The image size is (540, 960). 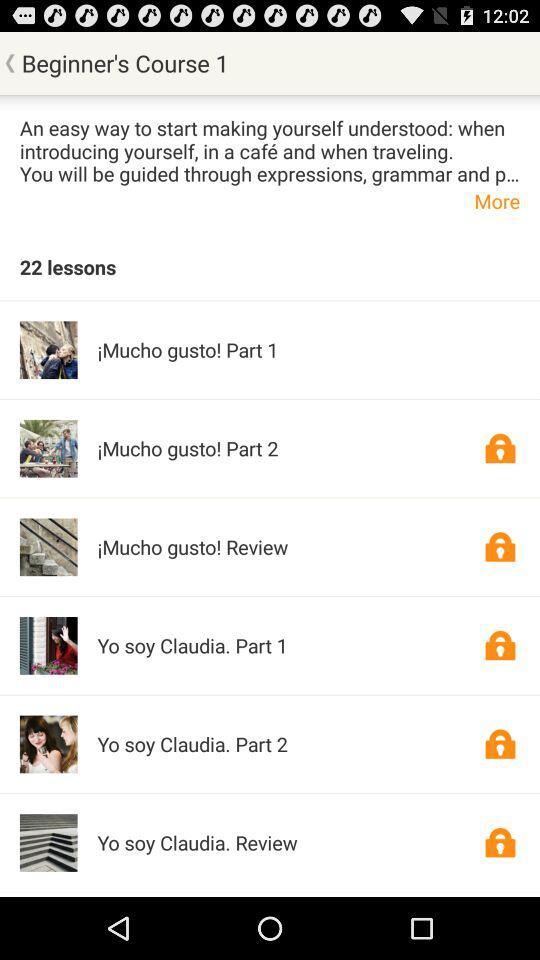 What do you see at coordinates (270, 149) in the screenshot?
I see `item above the more icon` at bounding box center [270, 149].